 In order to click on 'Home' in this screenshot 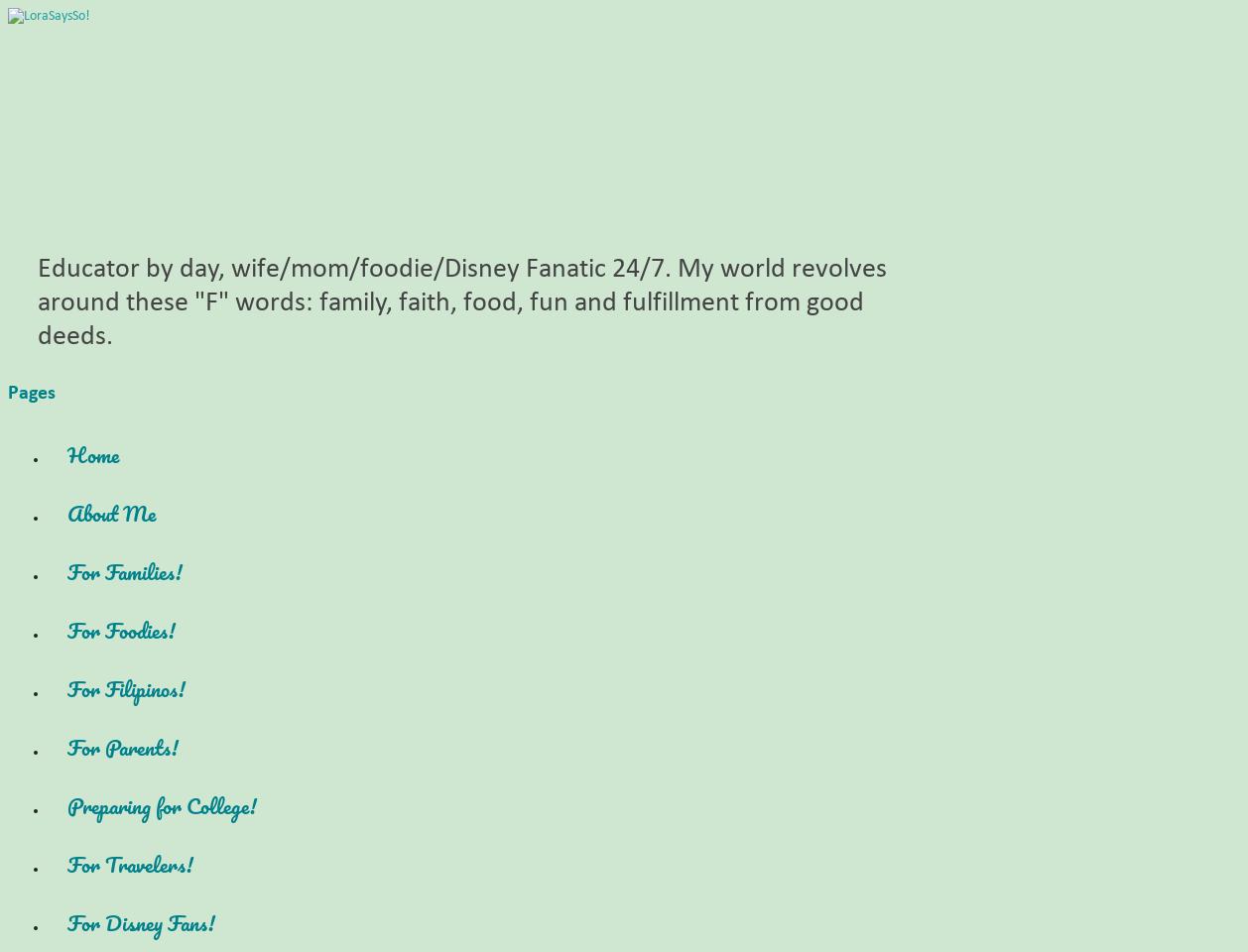, I will do `click(92, 454)`.